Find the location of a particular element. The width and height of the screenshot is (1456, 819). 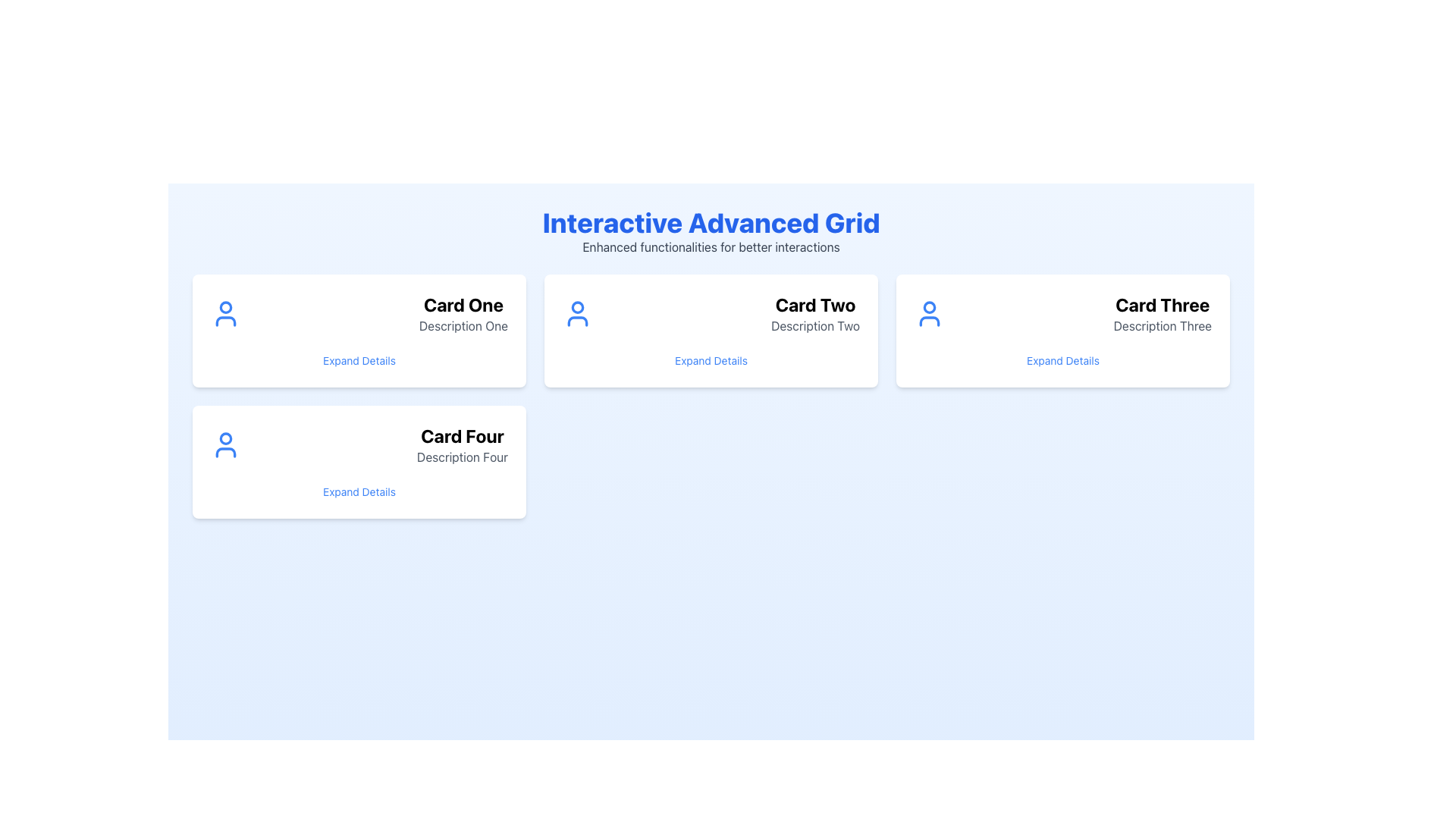

the text block displaying the title and description of the third card in the grid layout, located at the top-right card in the grid is located at coordinates (1162, 312).